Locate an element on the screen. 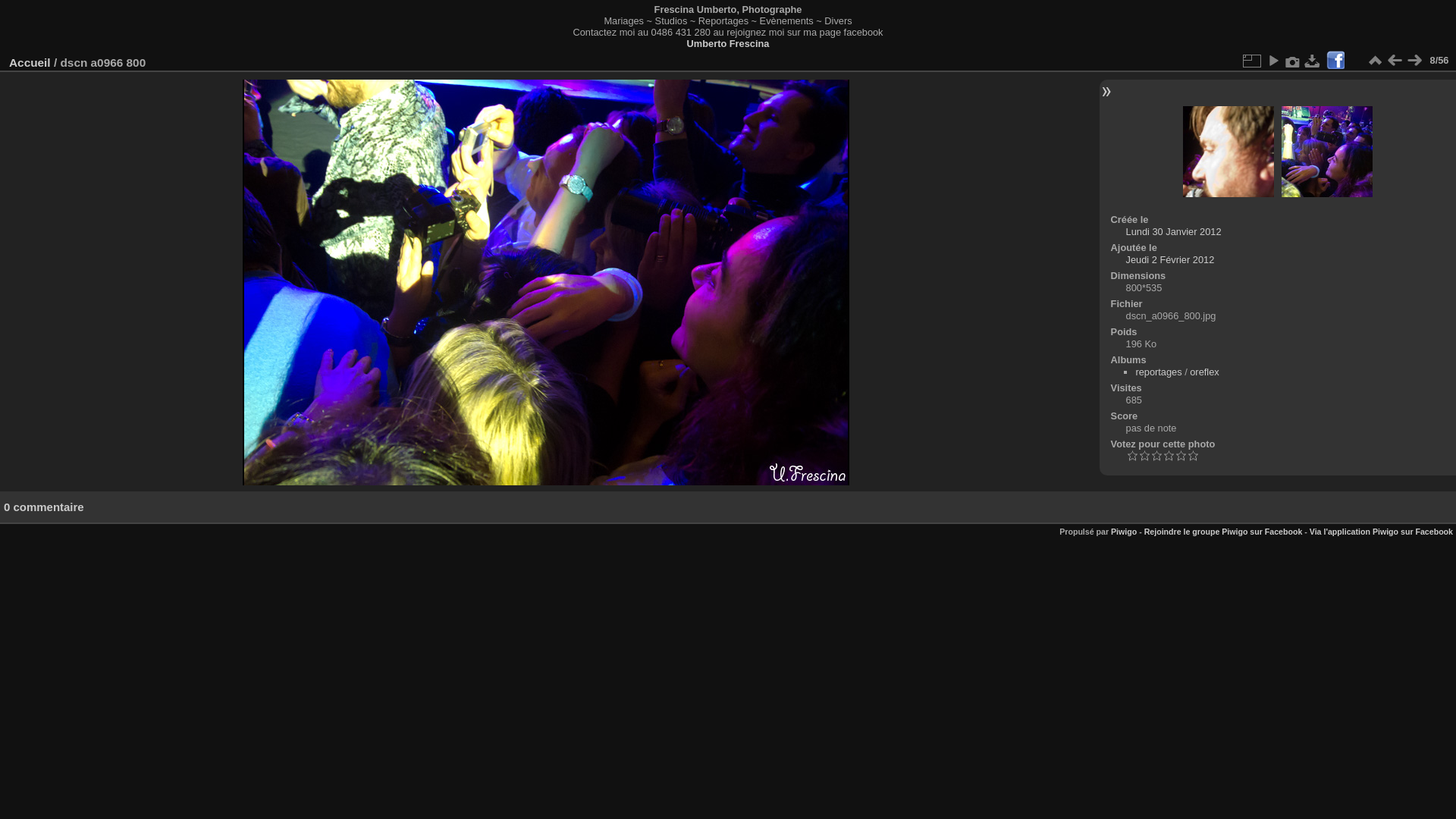 The width and height of the screenshot is (1456, 819). 'Umberto Frescina' is located at coordinates (686, 42).